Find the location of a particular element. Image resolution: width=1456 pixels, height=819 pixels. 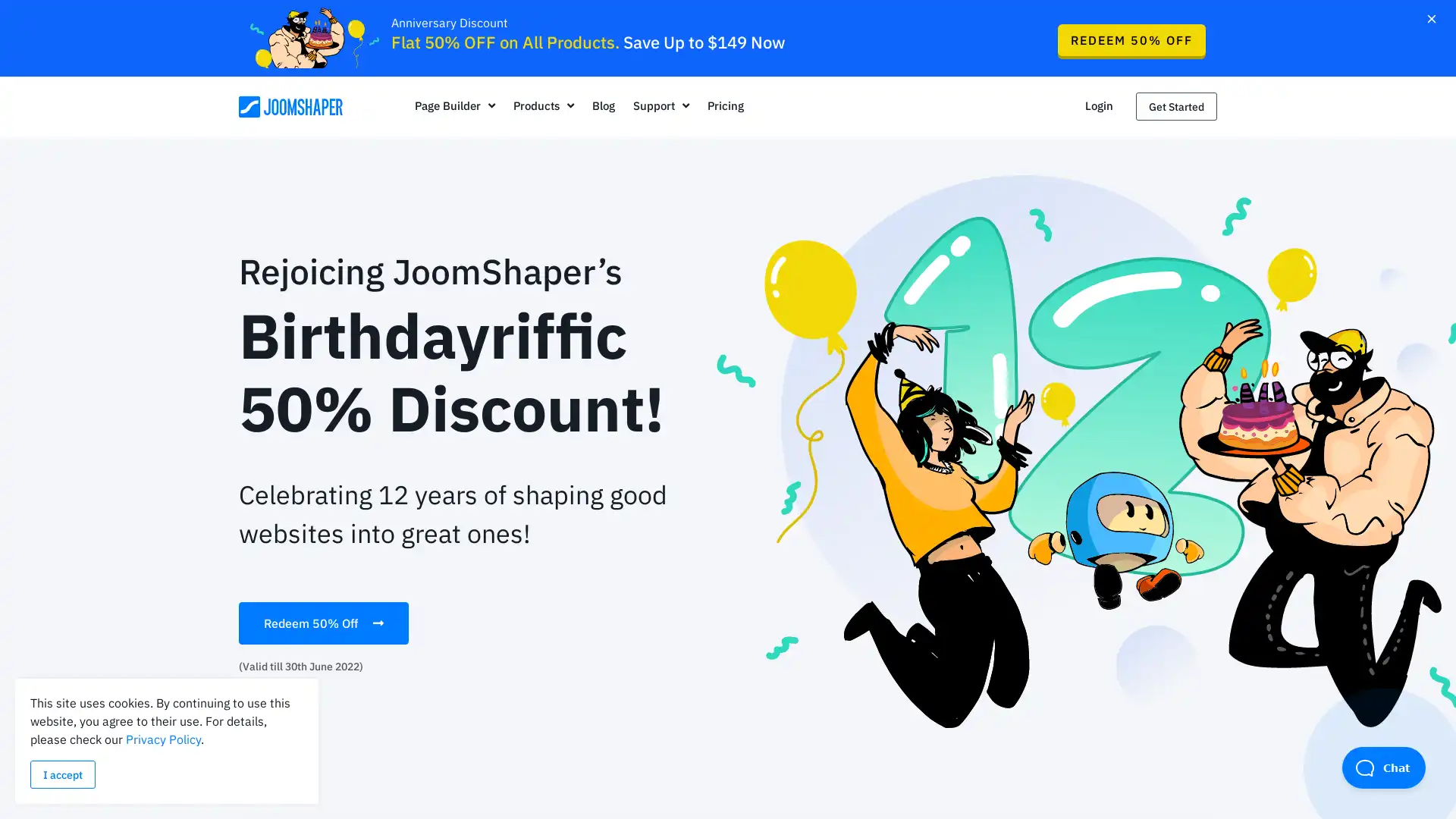

Close is located at coordinates (1430, 17).